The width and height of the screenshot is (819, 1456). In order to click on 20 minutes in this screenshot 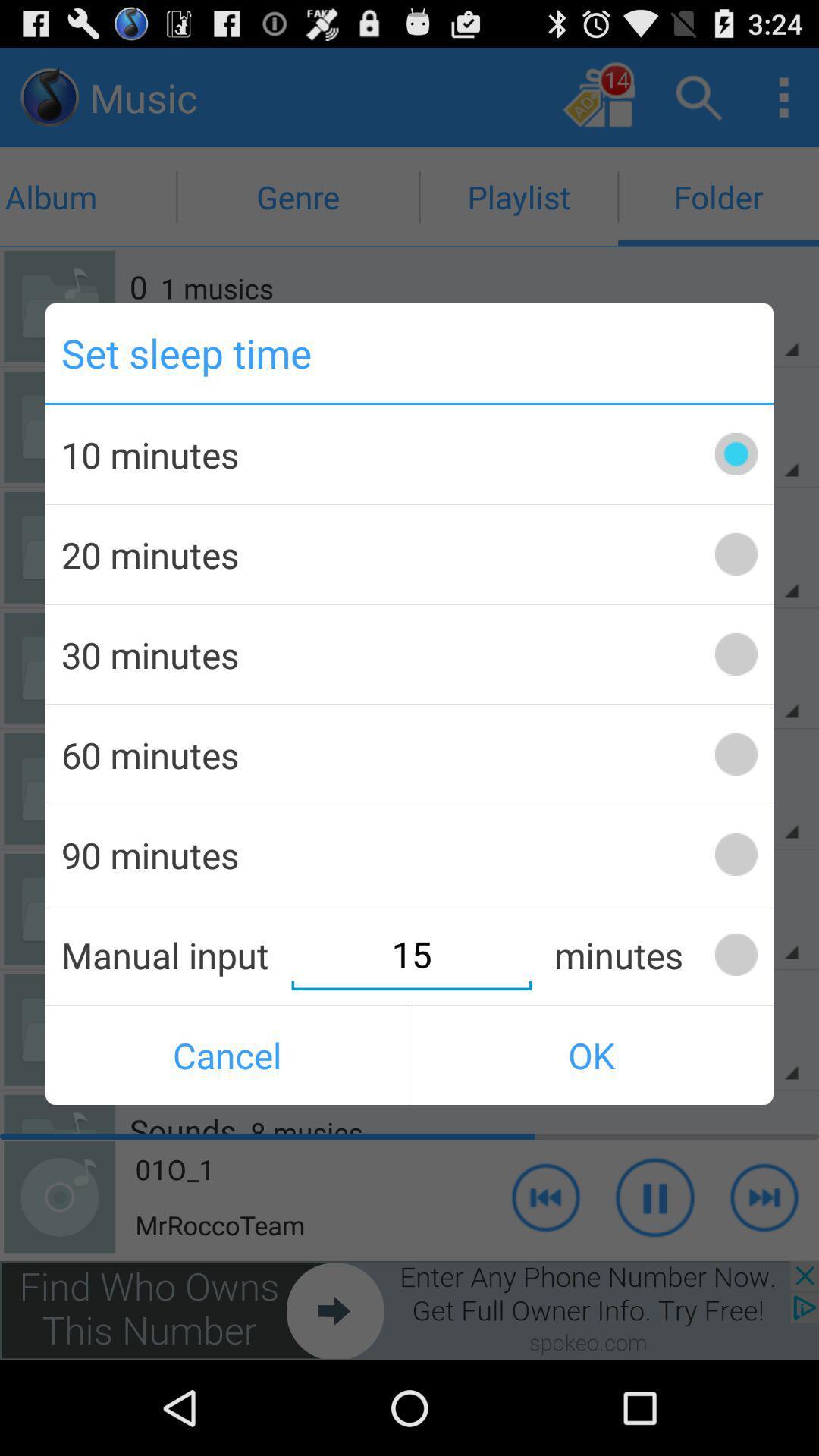, I will do `click(735, 554)`.